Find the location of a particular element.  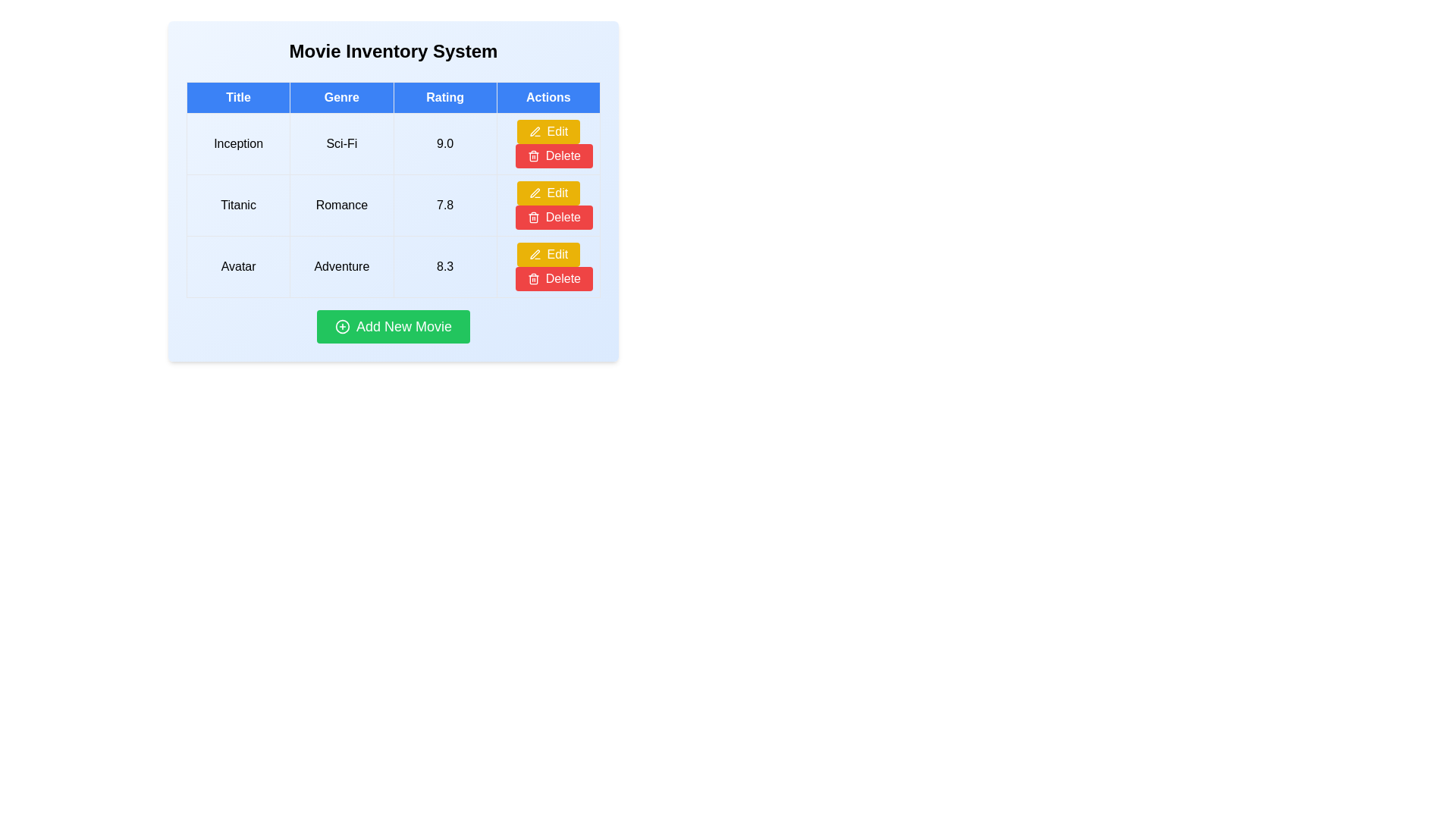

the 'Edit' icon is located at coordinates (535, 130).